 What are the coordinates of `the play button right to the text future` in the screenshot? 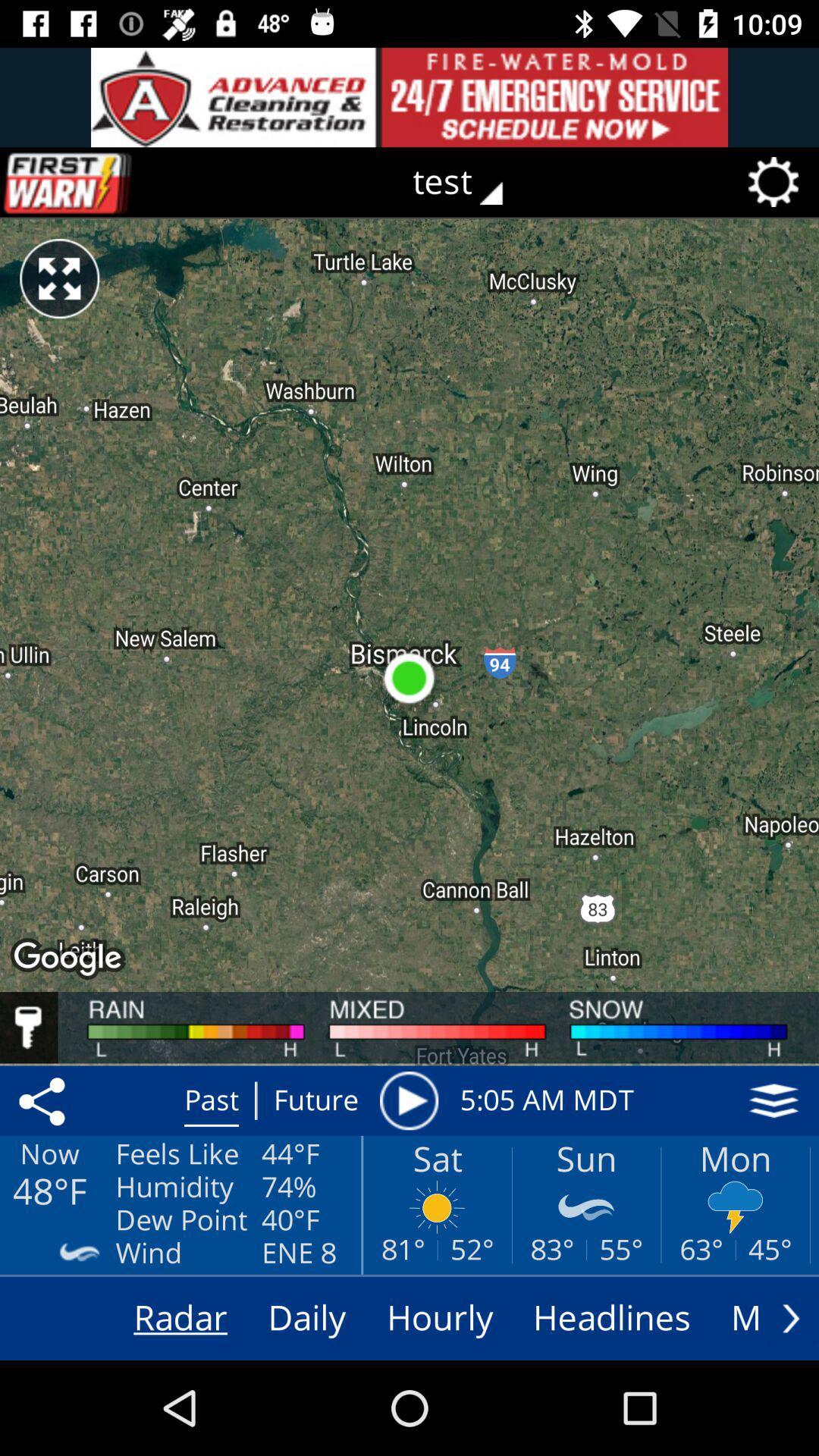 It's located at (409, 1100).